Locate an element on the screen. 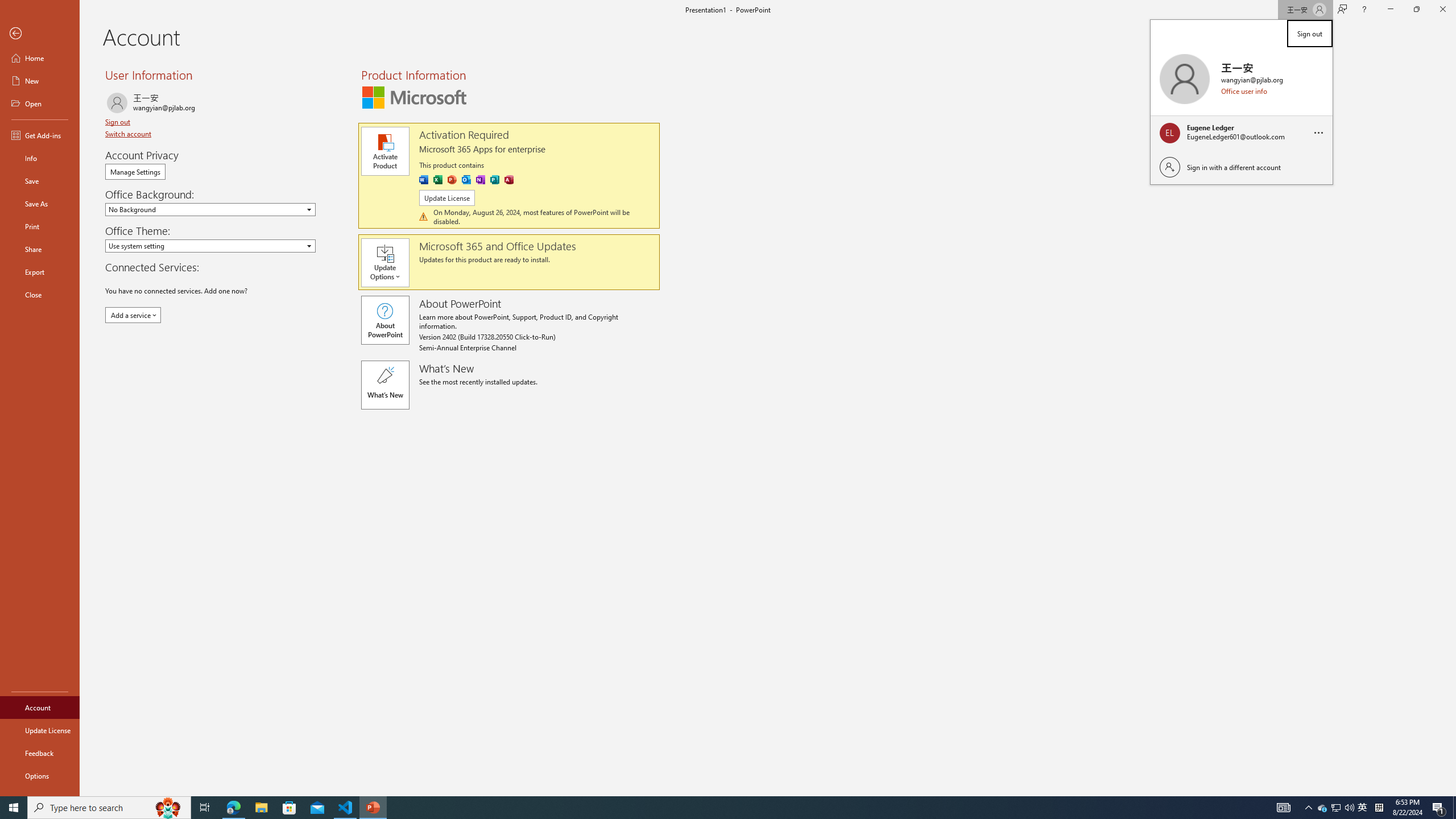 Image resolution: width=1456 pixels, height=819 pixels. 'Add a service' is located at coordinates (133, 314).